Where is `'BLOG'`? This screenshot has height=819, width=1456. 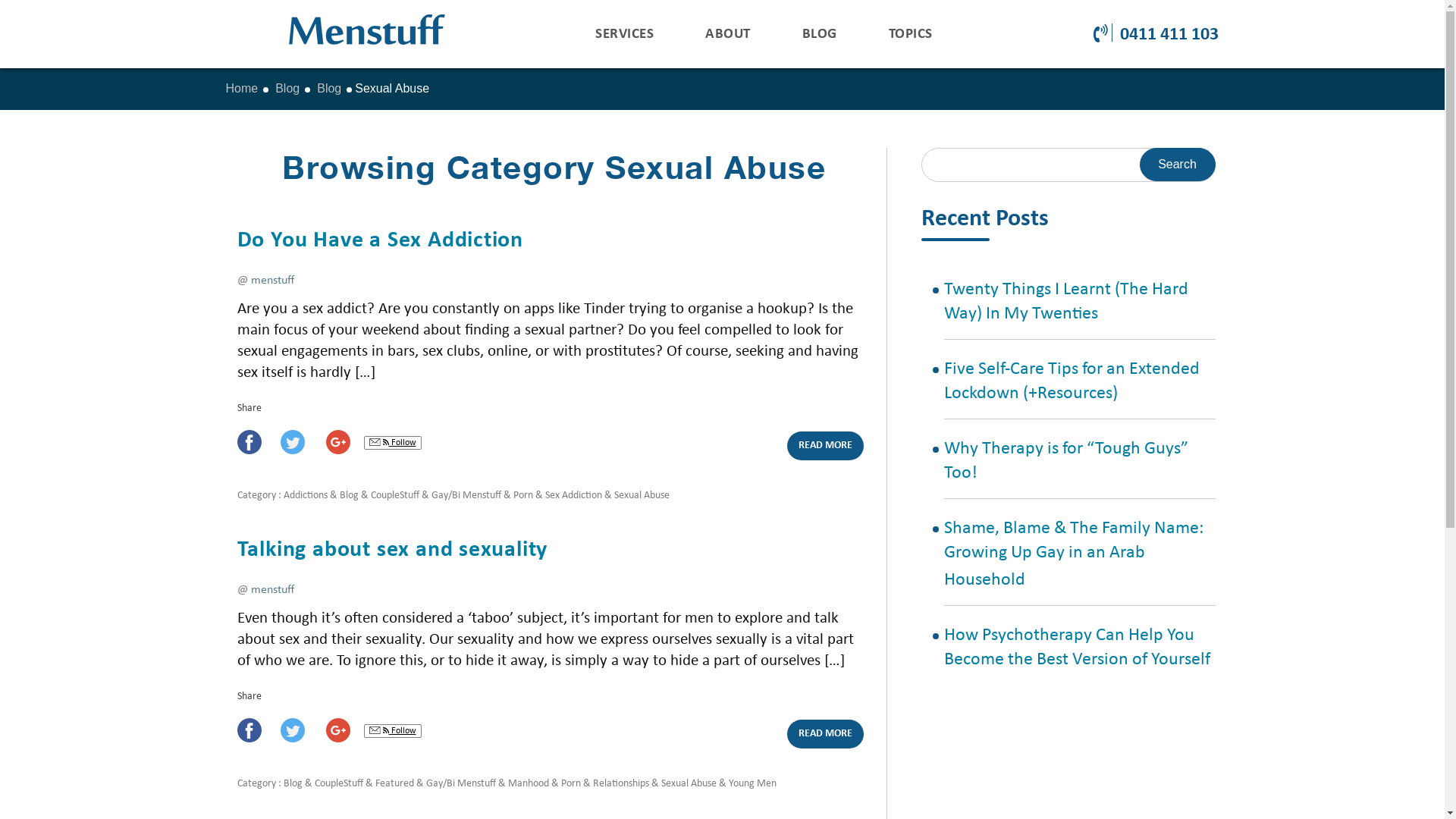
'BLOG' is located at coordinates (818, 34).